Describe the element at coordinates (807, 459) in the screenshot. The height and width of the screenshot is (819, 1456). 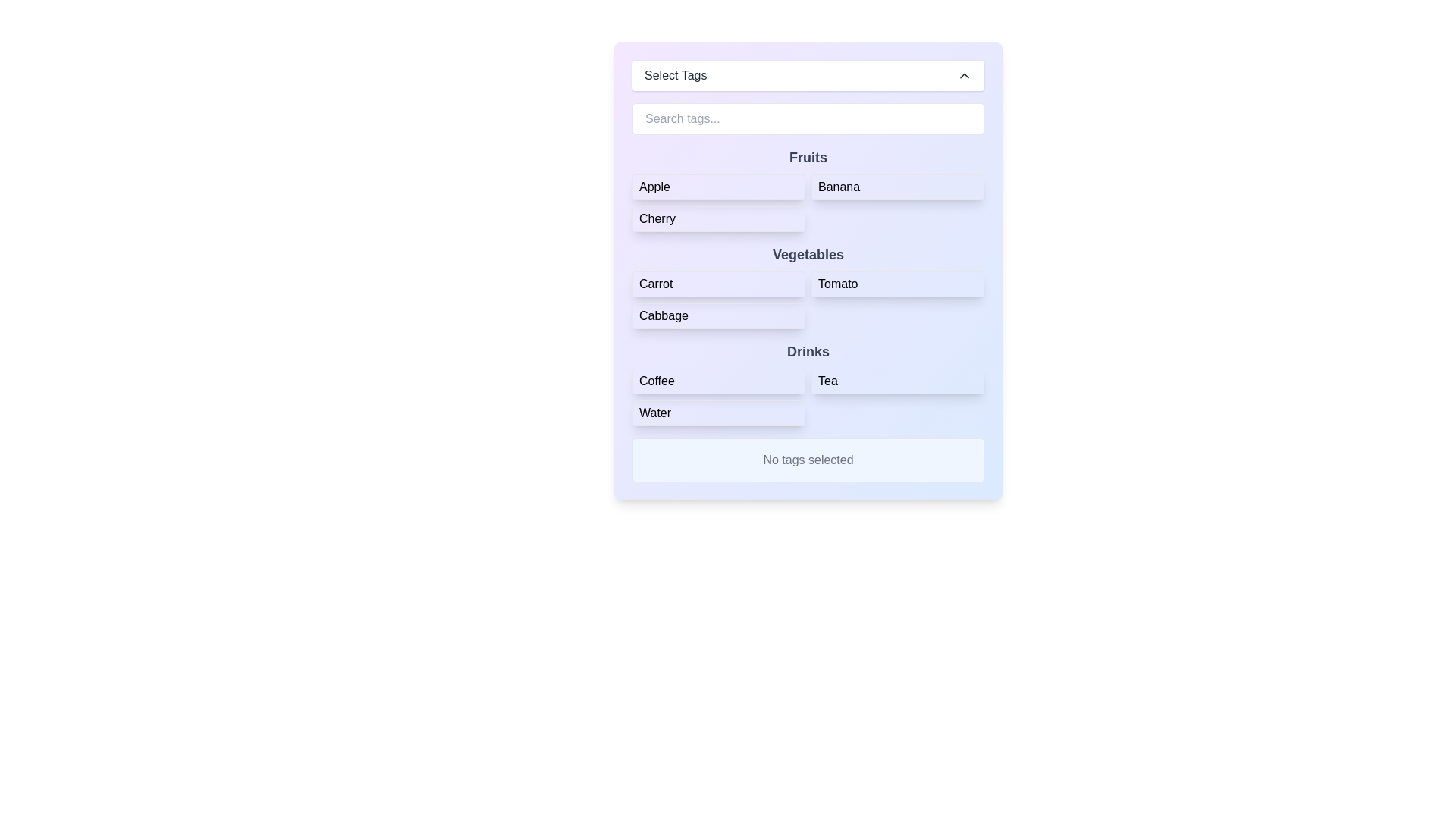
I see `the informative text label indicating that no tags have been selected, located at the bottom of the UI card for categories like 'Fruits', 'Vegetables', and 'Drinks'` at that location.